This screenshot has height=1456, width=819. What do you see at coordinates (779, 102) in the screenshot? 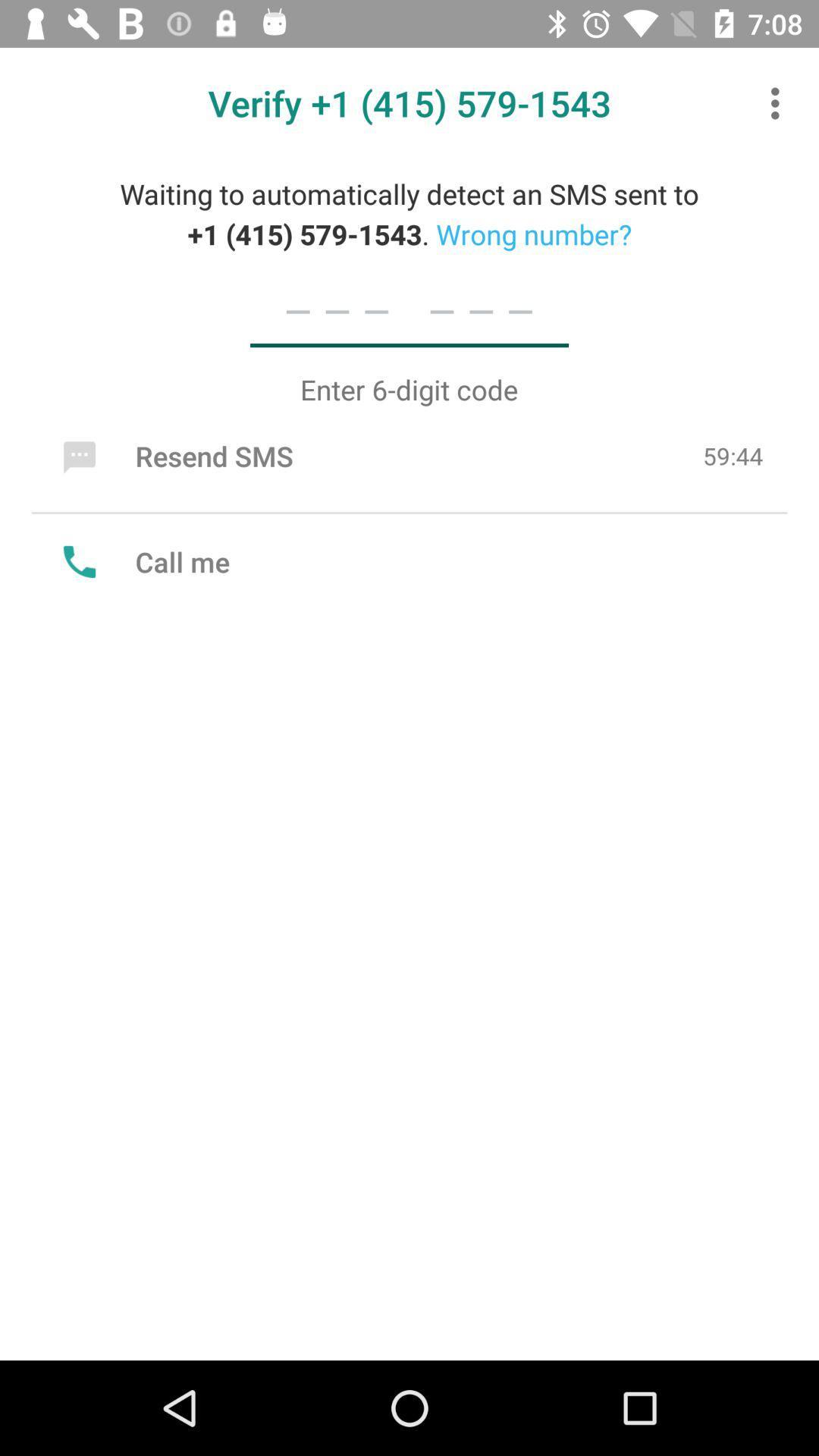
I see `item at the top right corner` at bounding box center [779, 102].